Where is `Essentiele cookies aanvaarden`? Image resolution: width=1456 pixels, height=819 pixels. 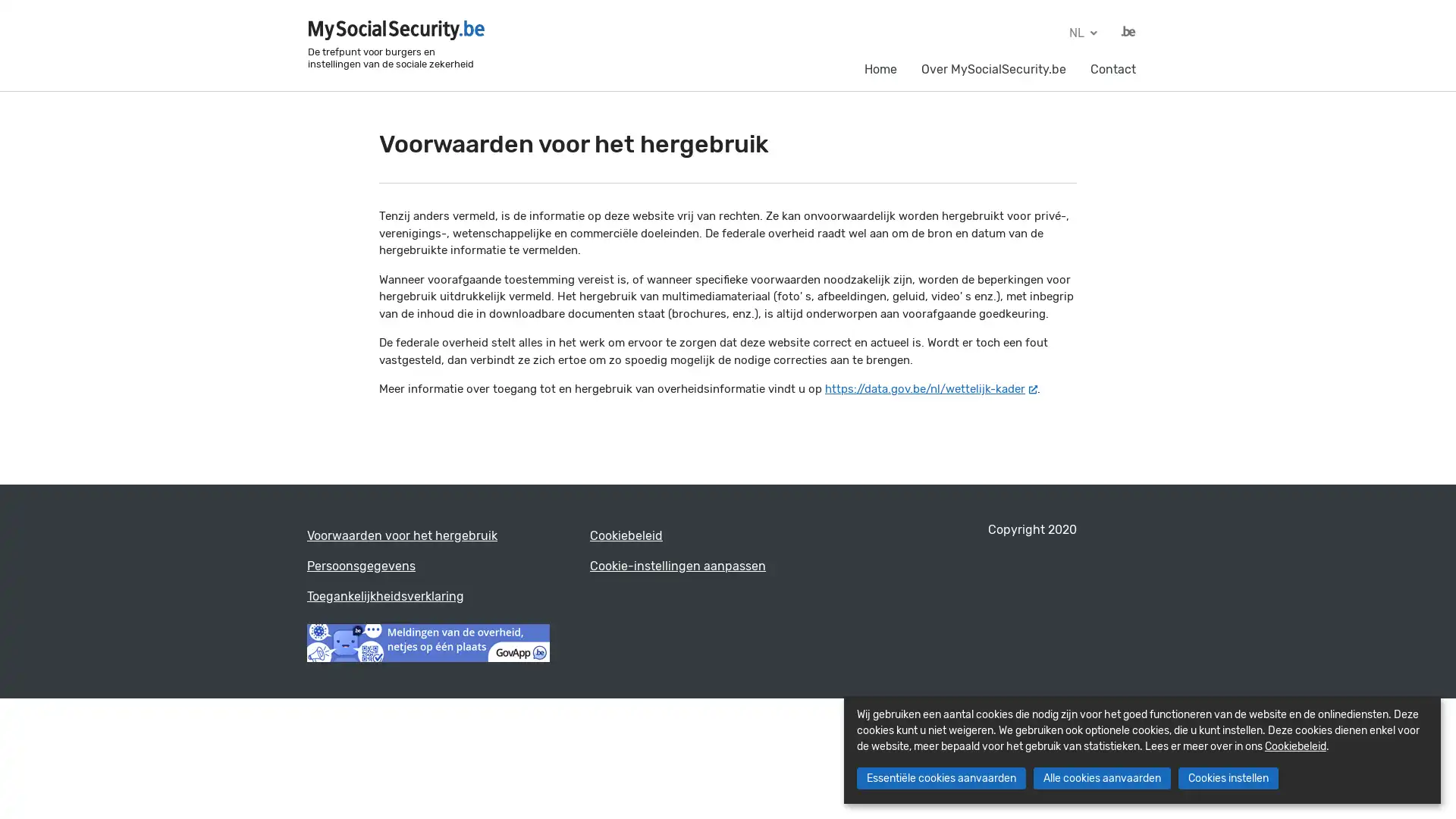 Essentiele cookies aanvaarden is located at coordinates (940, 778).